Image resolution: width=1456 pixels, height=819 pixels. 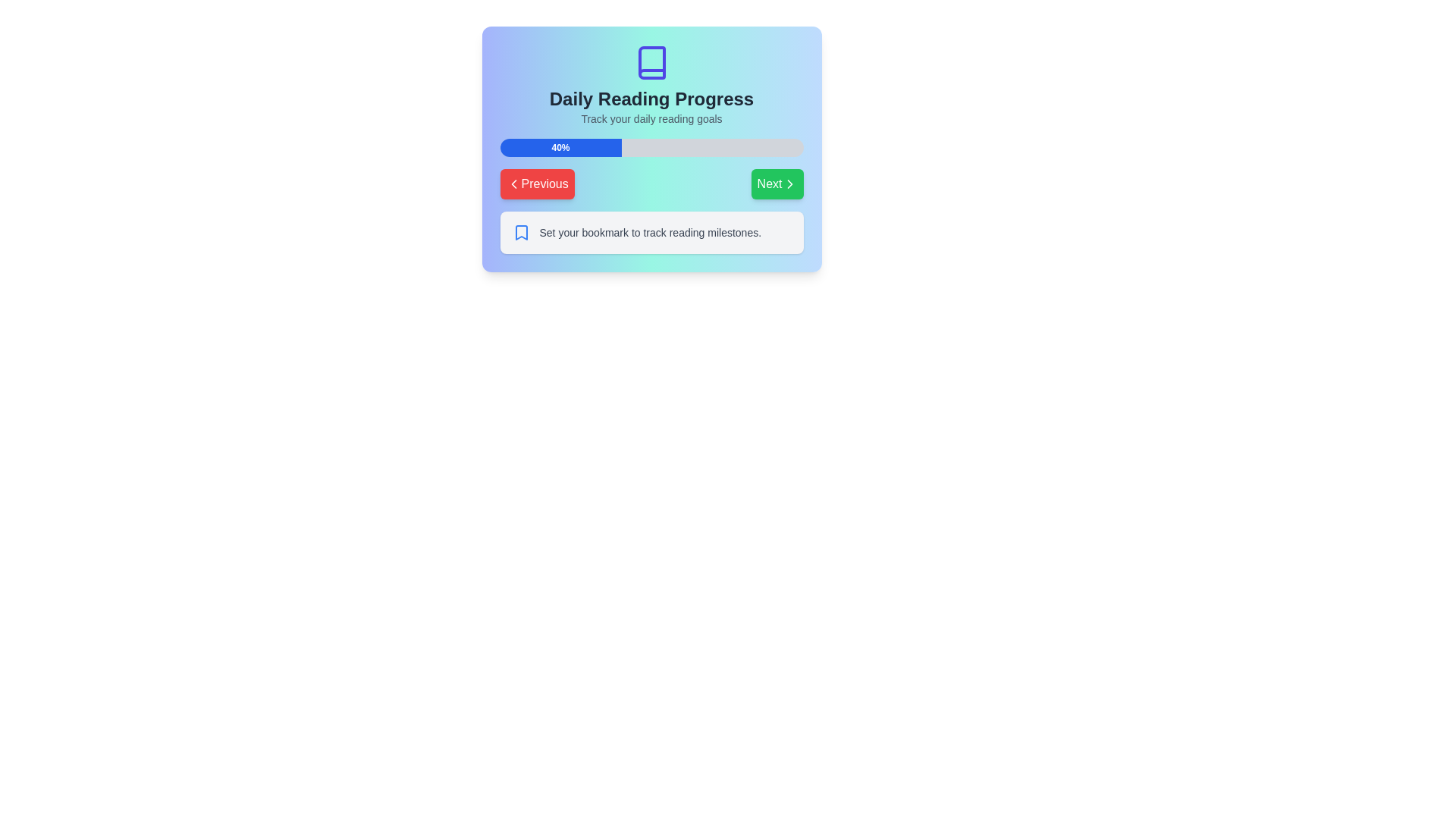 I want to click on text displayed in the Informational Banner located below the 'Previous' and 'Next' buttons in the lower-central part of the interface panel, so click(x=651, y=233).